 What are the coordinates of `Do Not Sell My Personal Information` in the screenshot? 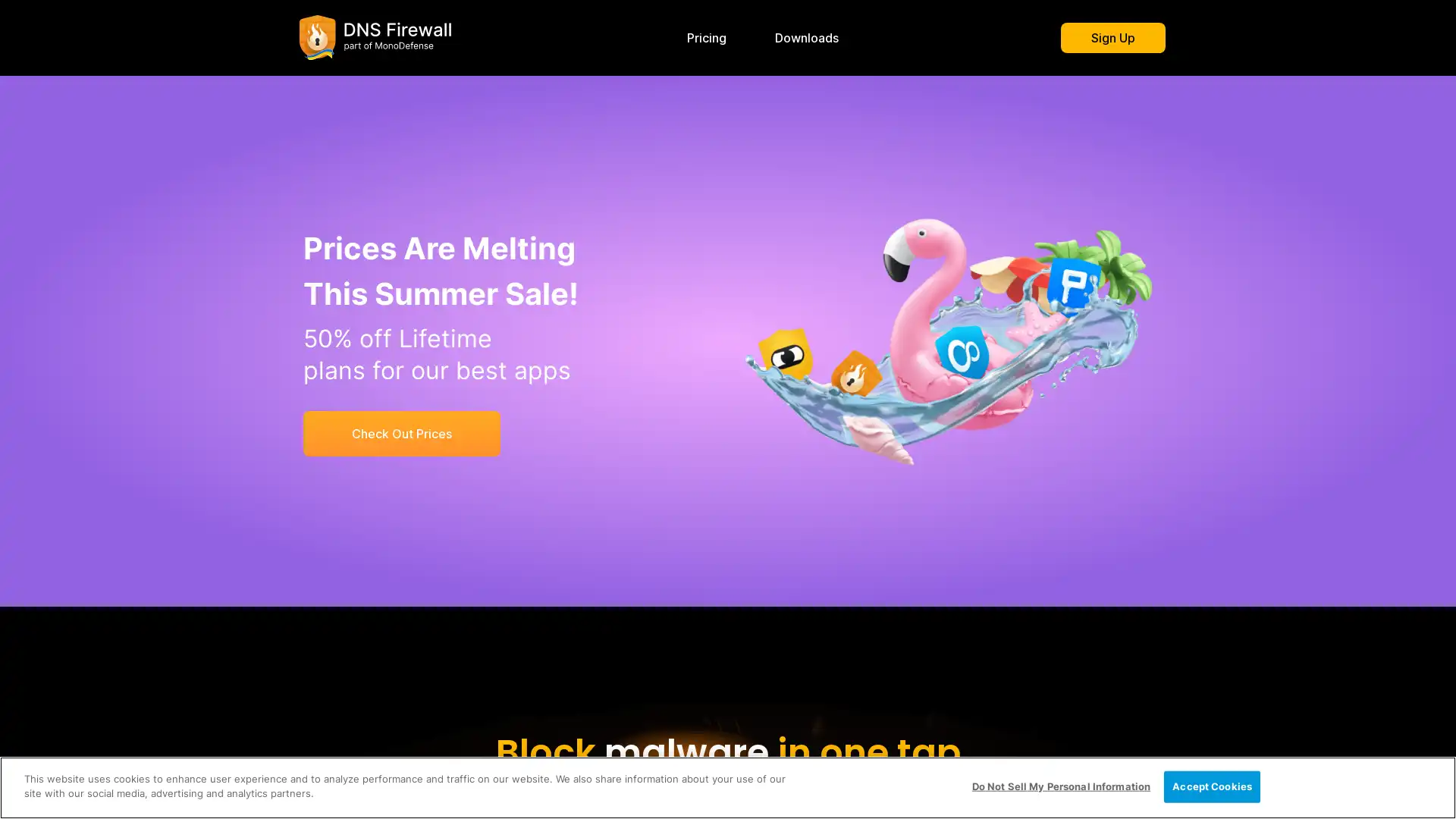 It's located at (1059, 786).